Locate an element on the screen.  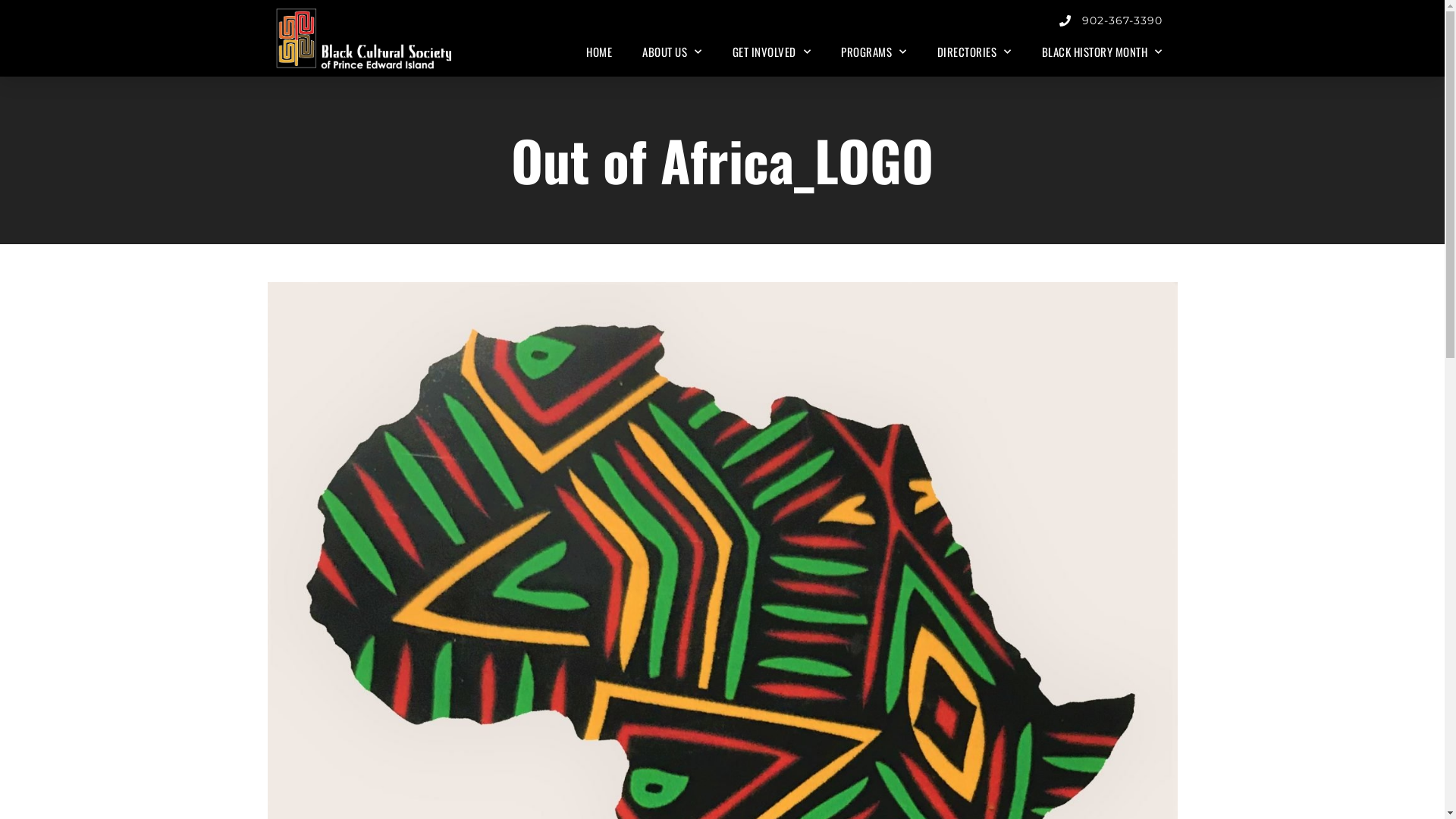
'BLACK HISTORY MONTH' is located at coordinates (1102, 51).